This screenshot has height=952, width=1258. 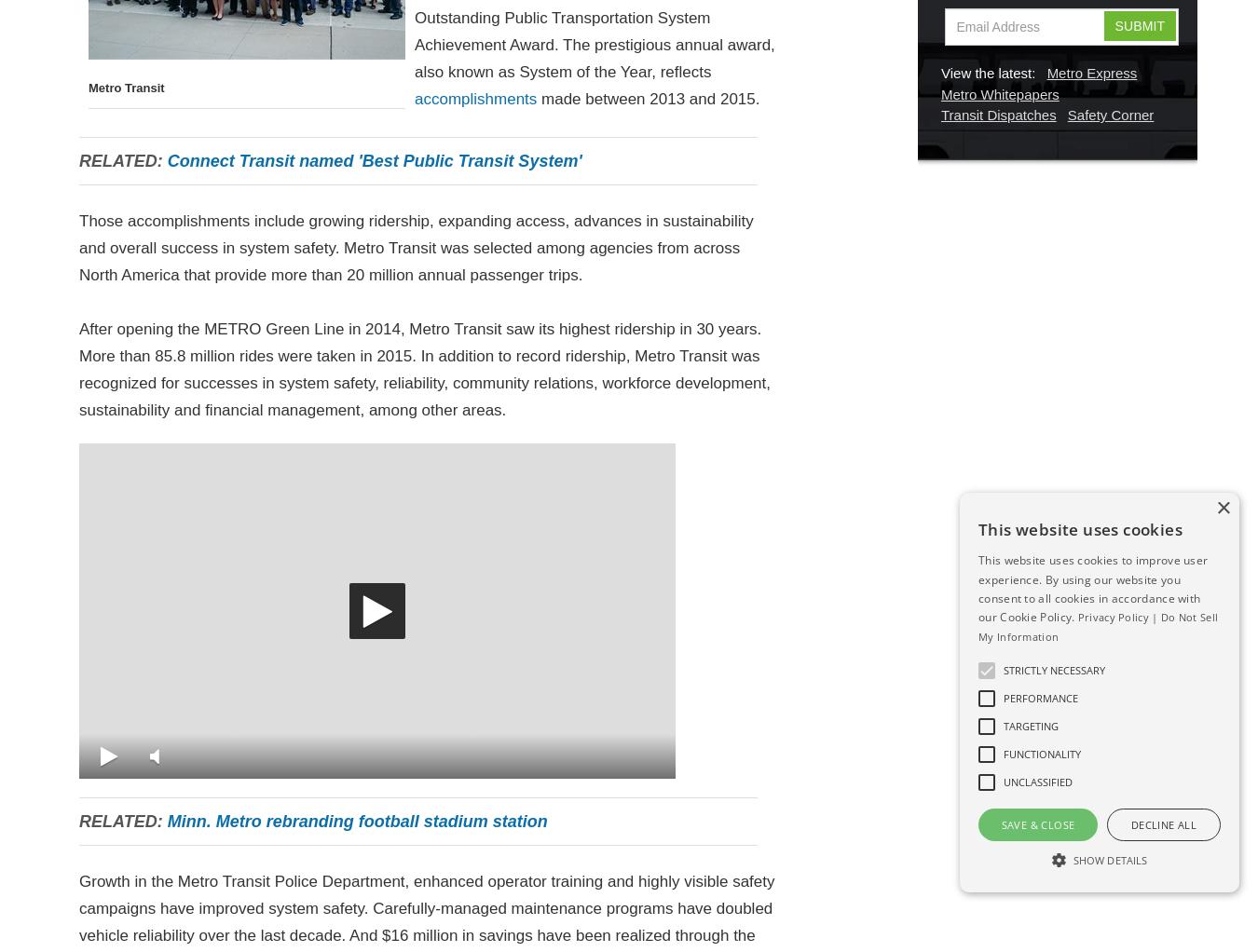 What do you see at coordinates (1138, 23) in the screenshot?
I see `'Submit'` at bounding box center [1138, 23].